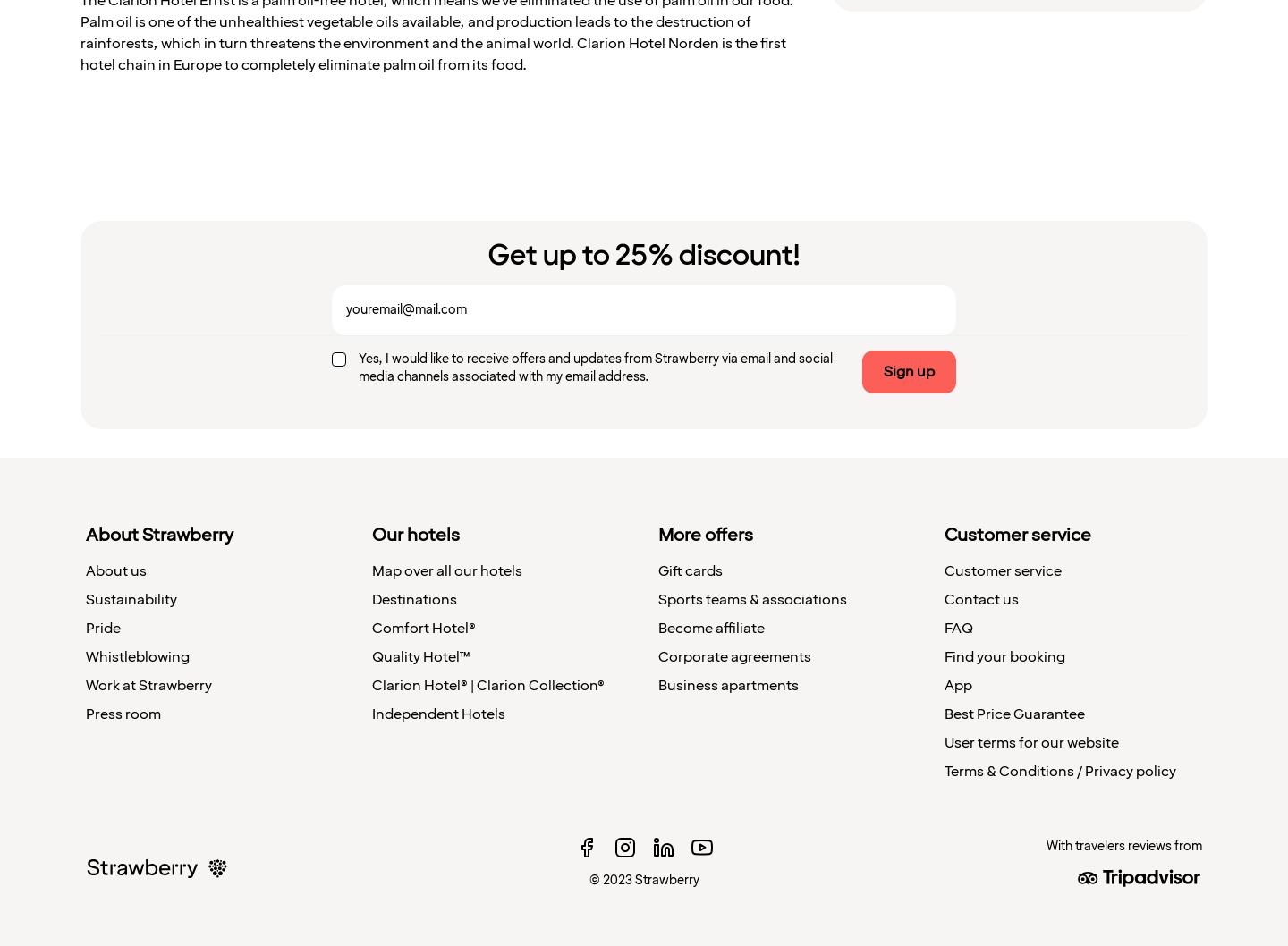 This screenshot has height=946, width=1288. I want to click on 'Find your booking', so click(1004, 656).